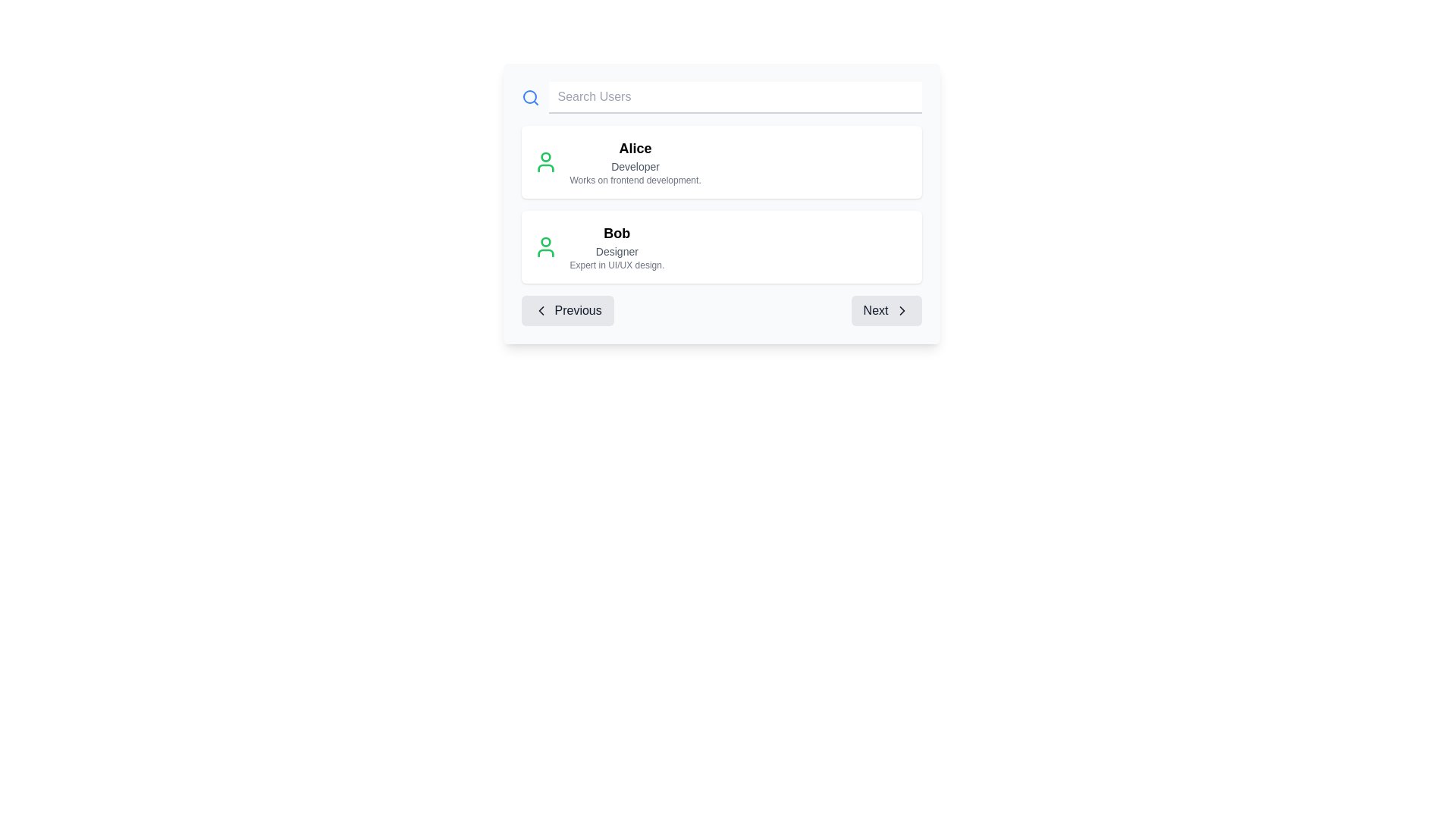  Describe the element at coordinates (617, 265) in the screenshot. I see `the descriptive metadata text element providing additional professional information about the user 'Bob', which is located below 'Designer' in the second user card` at that location.